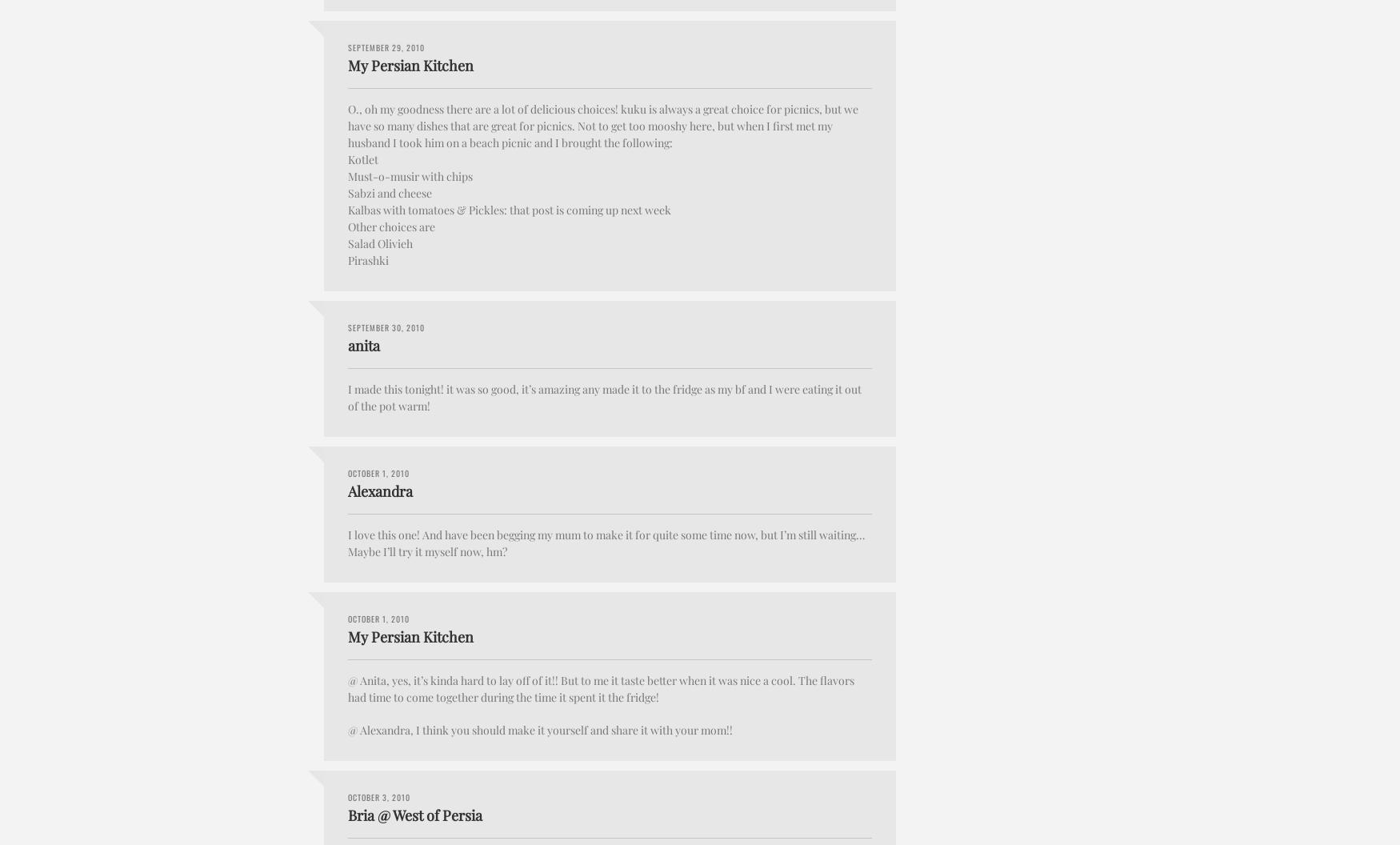  Describe the element at coordinates (368, 259) in the screenshot. I see `'Pirashki'` at that location.